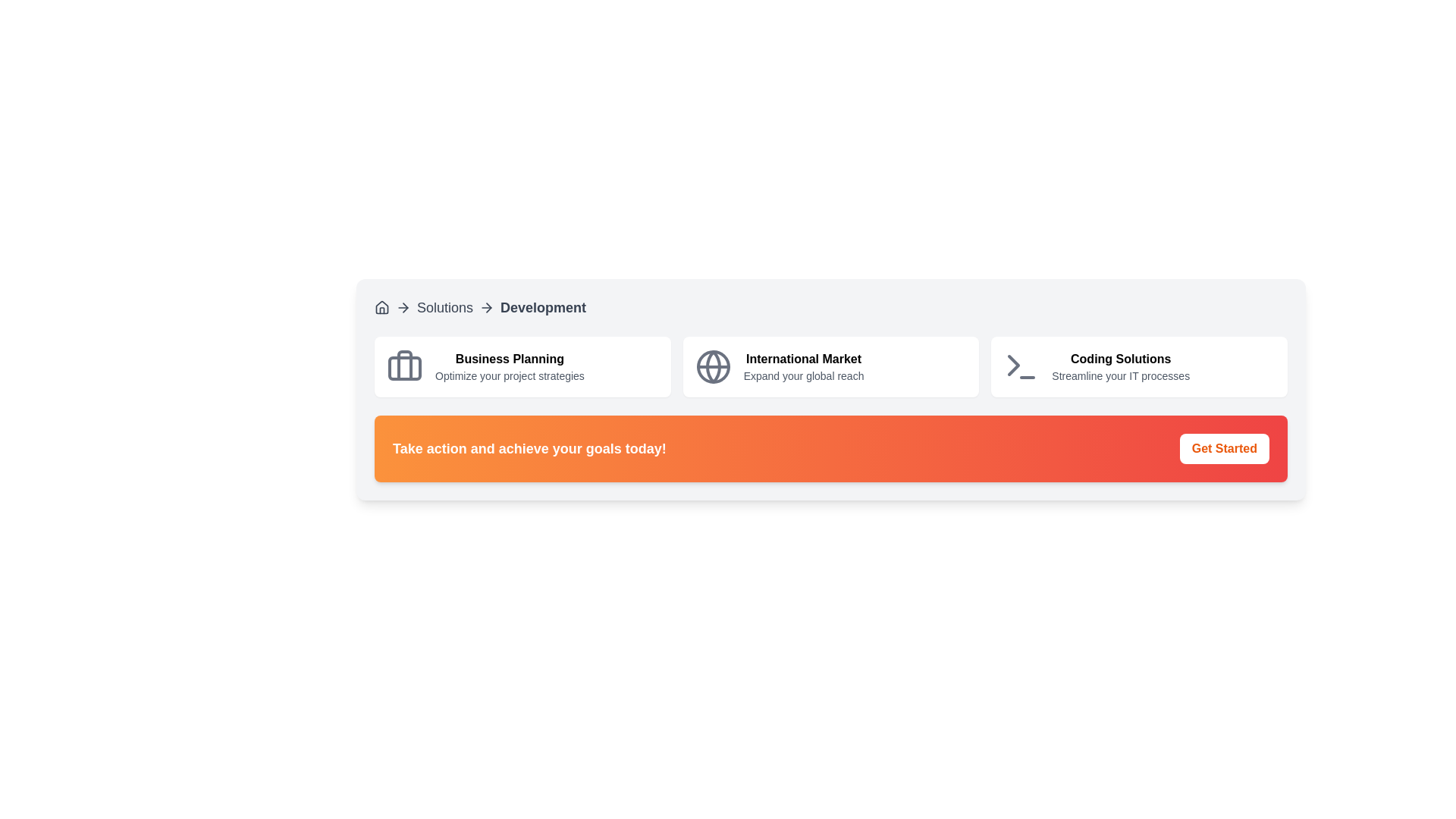 This screenshot has width=1456, height=819. I want to click on the decorative SVG circle component within the 'International Market' card, which symbolizes global reach or international business, so click(712, 366).